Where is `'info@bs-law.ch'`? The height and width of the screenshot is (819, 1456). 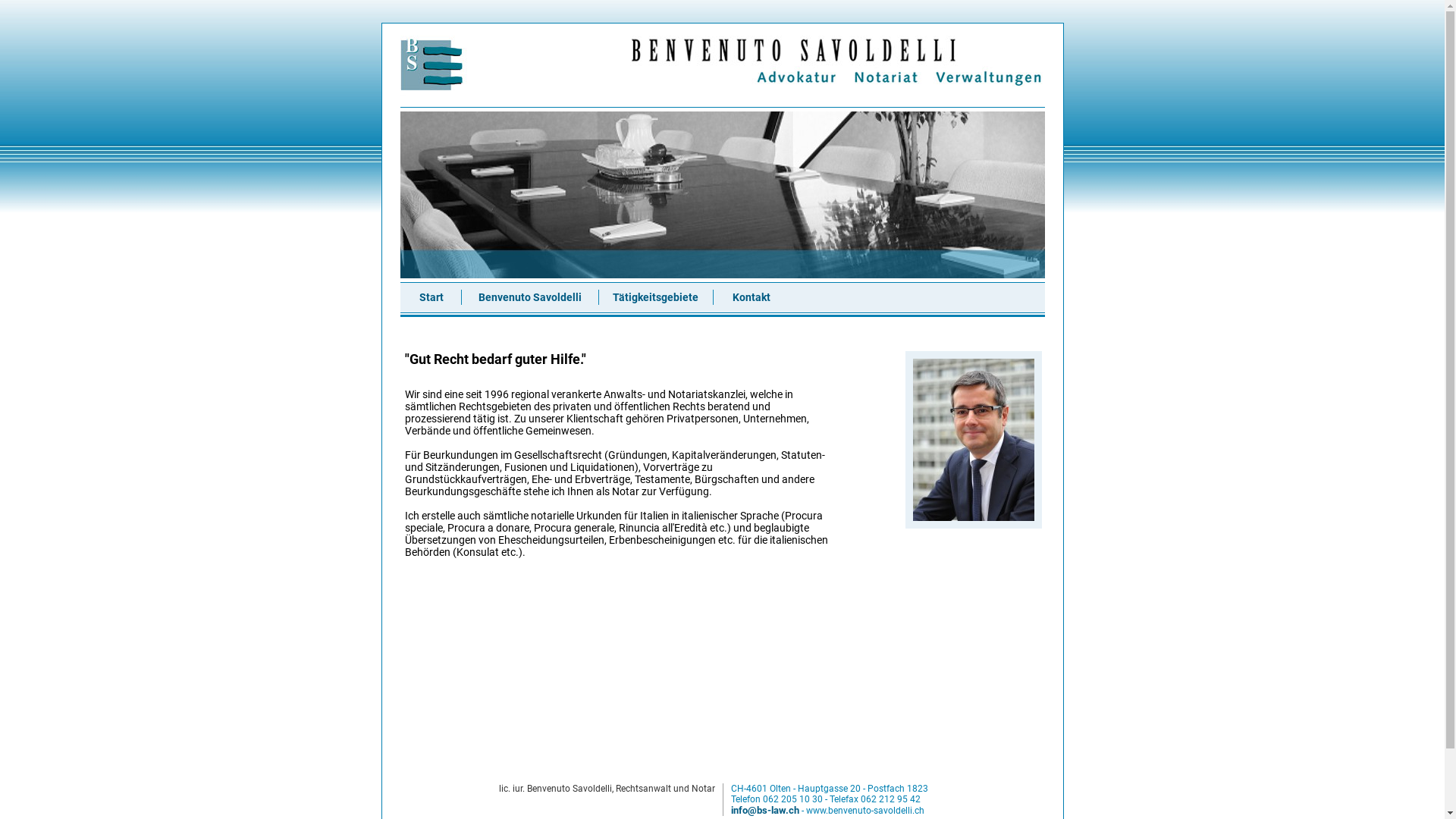 'info@bs-law.ch' is located at coordinates (764, 809).